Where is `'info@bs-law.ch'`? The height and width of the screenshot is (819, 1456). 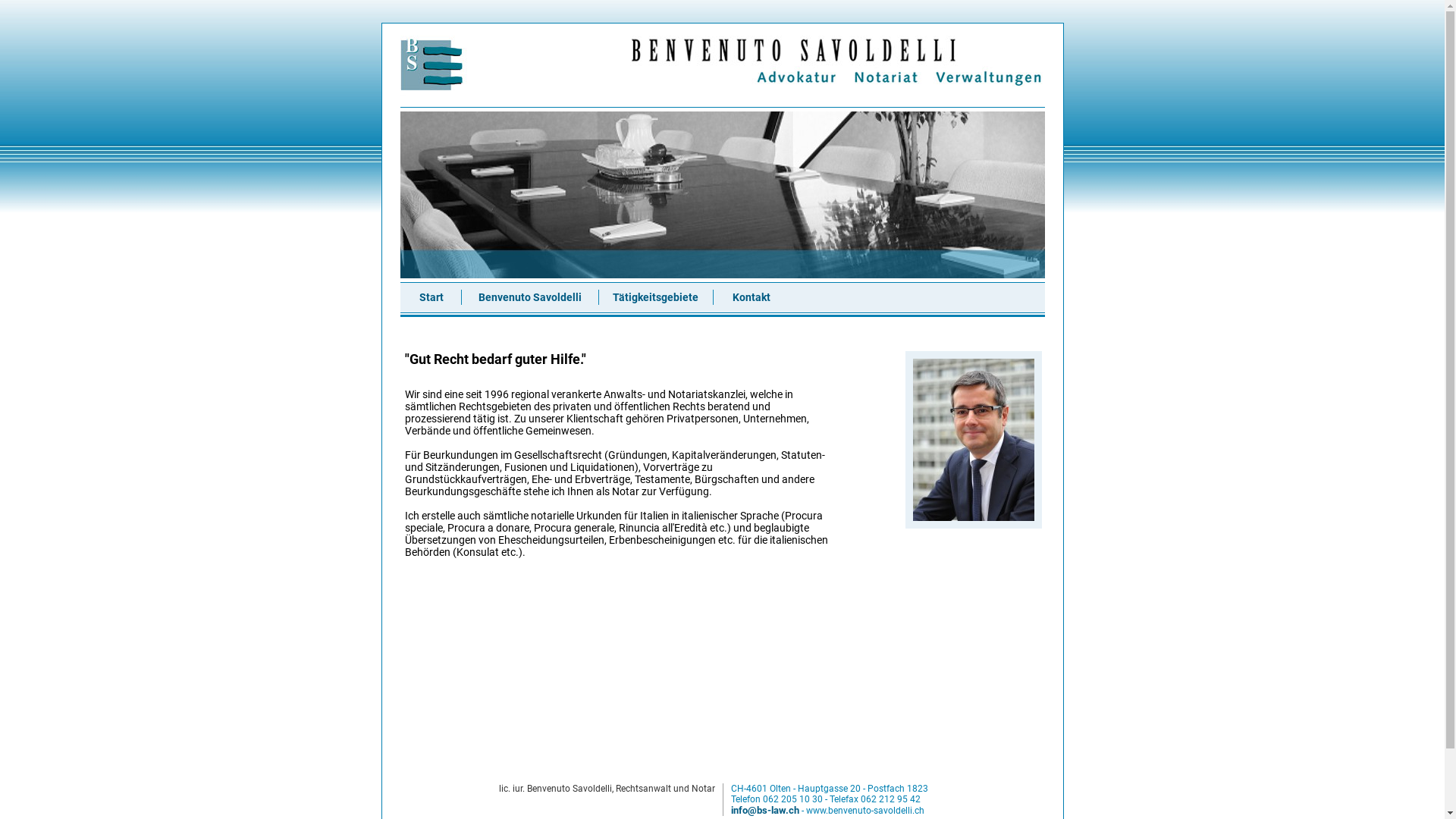 'info@bs-law.ch' is located at coordinates (764, 809).